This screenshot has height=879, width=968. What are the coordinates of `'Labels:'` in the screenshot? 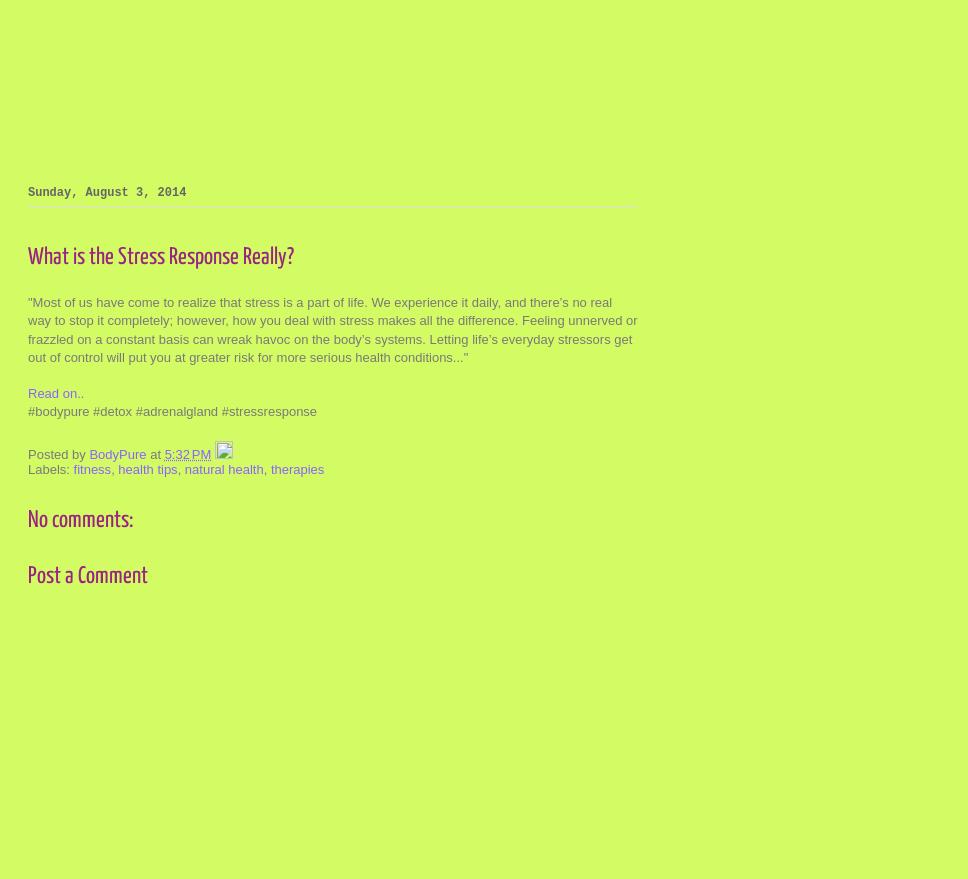 It's located at (49, 468).